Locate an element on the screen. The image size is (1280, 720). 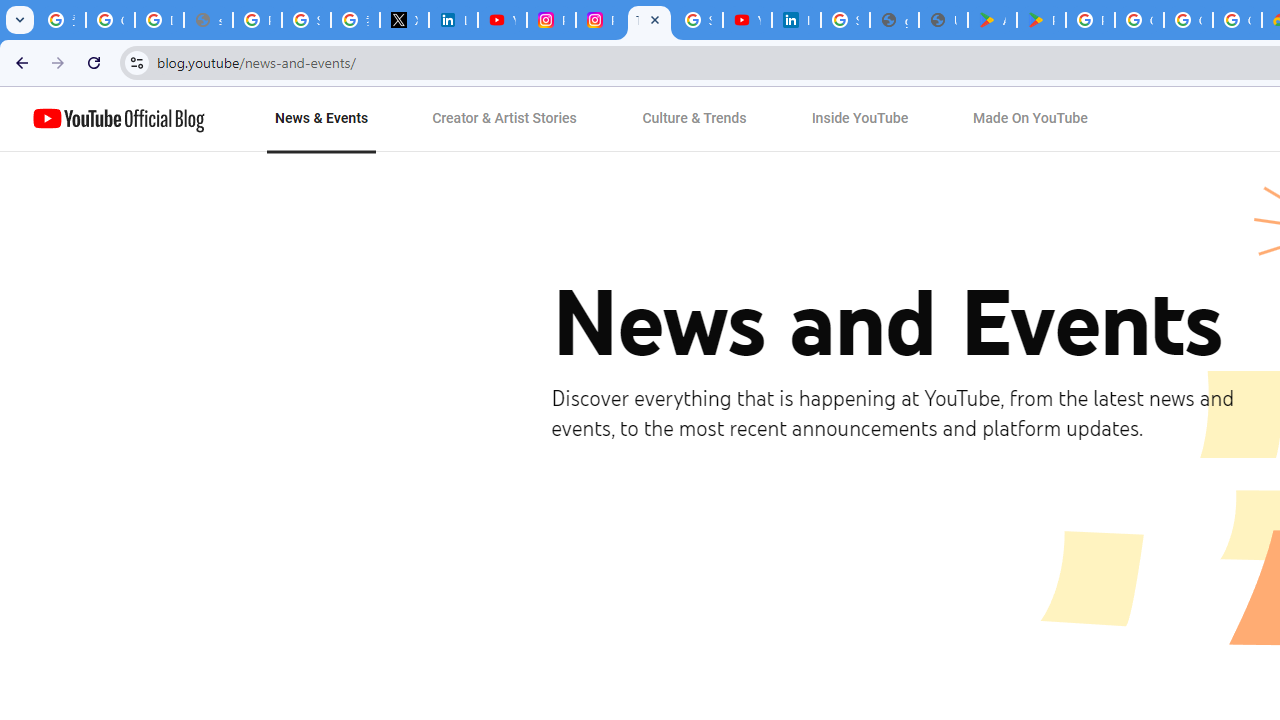
'X' is located at coordinates (403, 20).